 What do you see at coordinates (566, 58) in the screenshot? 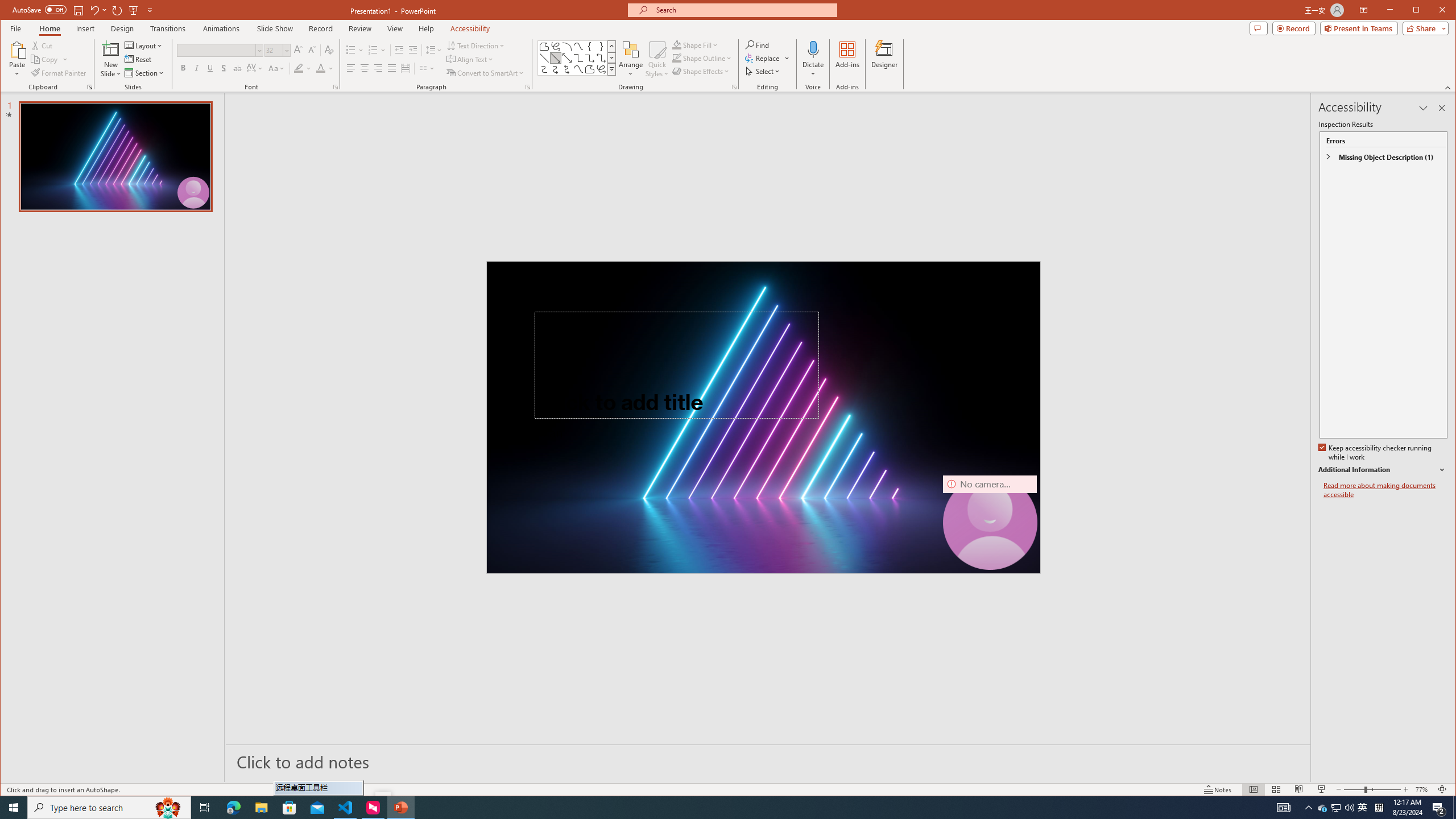
I see `'Line Arrow: Double'` at bounding box center [566, 58].